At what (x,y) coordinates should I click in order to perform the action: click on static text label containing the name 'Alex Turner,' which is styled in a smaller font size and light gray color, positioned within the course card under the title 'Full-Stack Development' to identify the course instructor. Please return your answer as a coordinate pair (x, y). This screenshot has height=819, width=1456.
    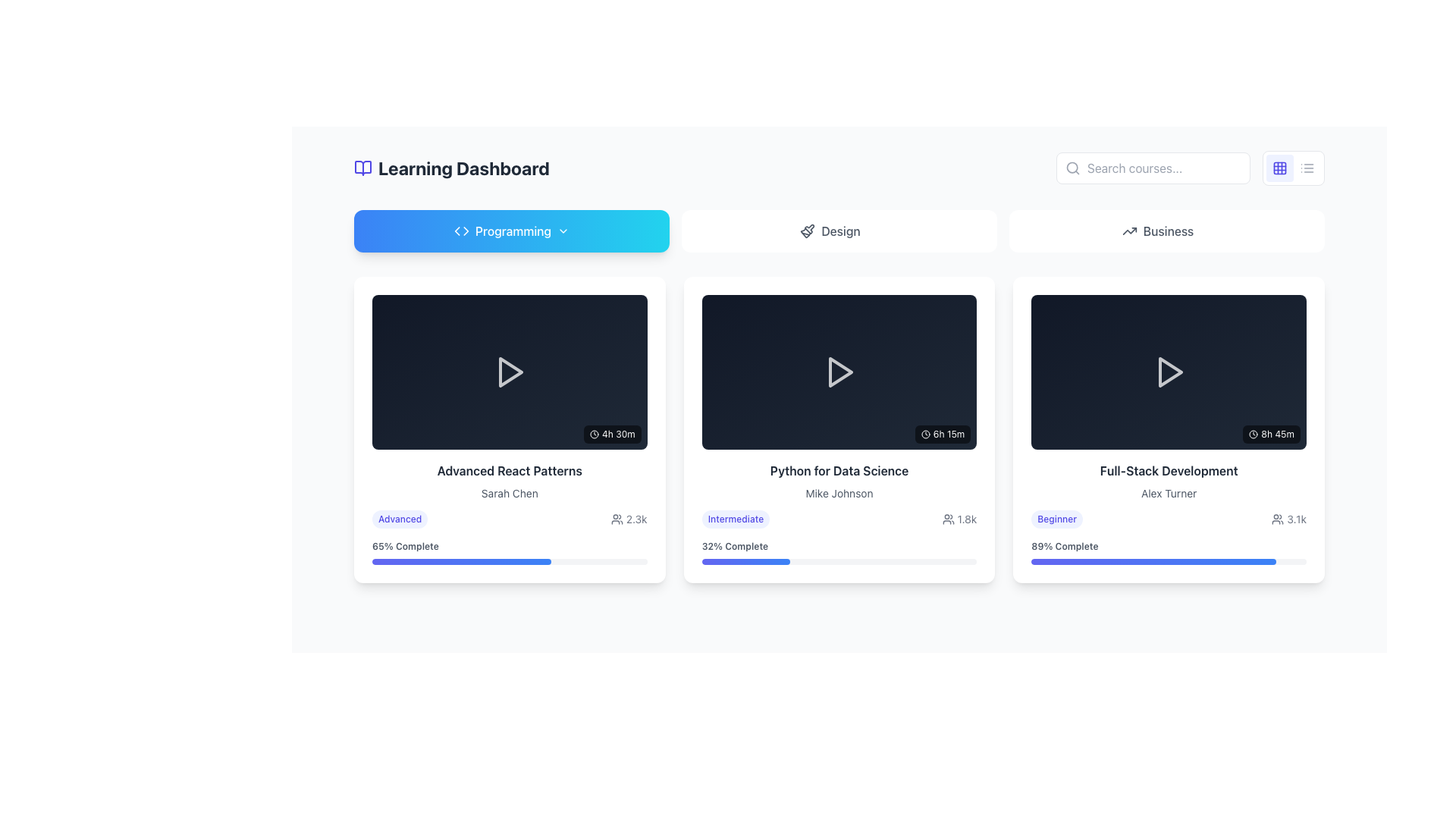
    Looking at the image, I should click on (1168, 494).